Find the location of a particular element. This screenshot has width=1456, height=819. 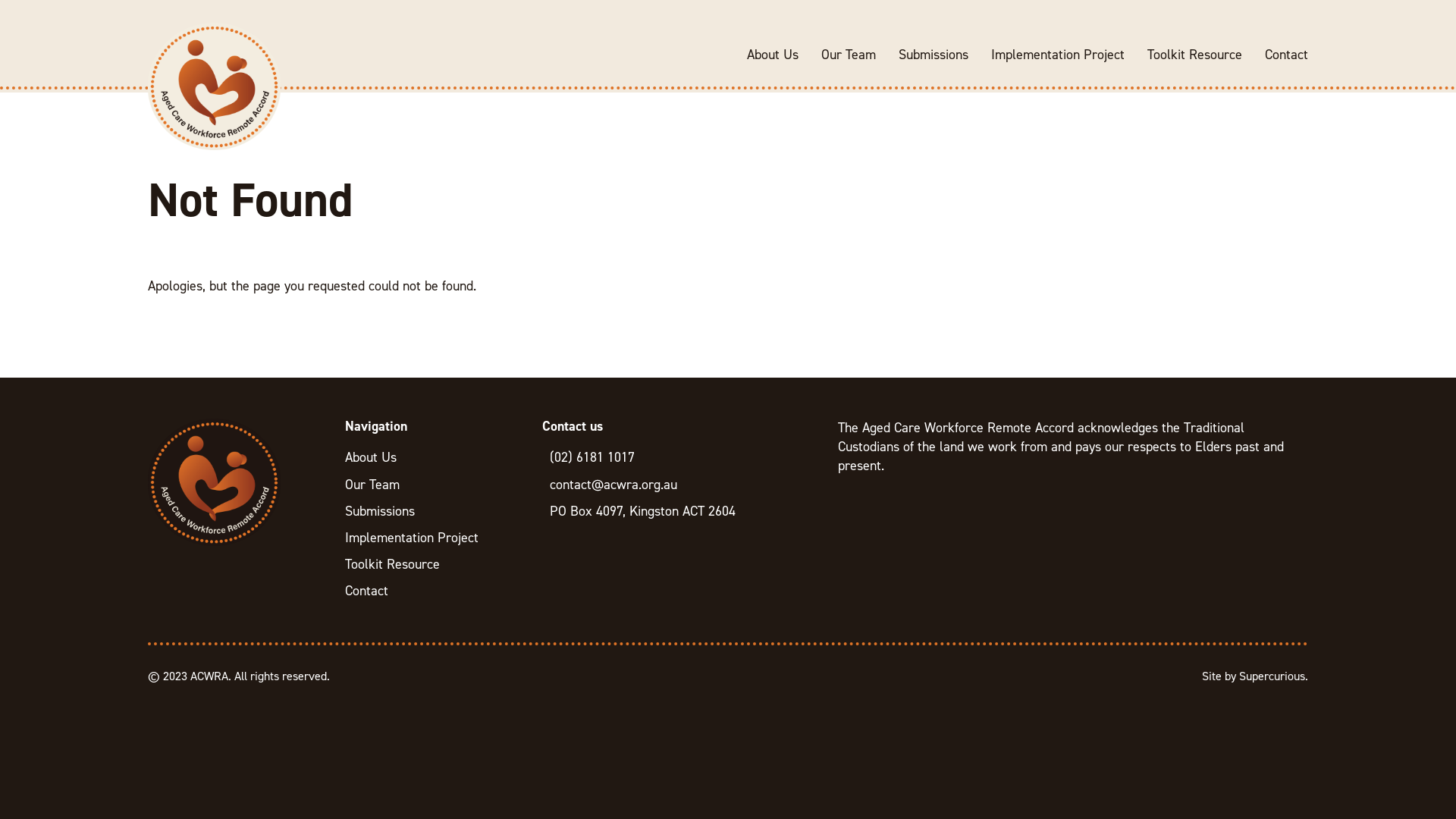

'Toolkit Resource' is located at coordinates (431, 564).